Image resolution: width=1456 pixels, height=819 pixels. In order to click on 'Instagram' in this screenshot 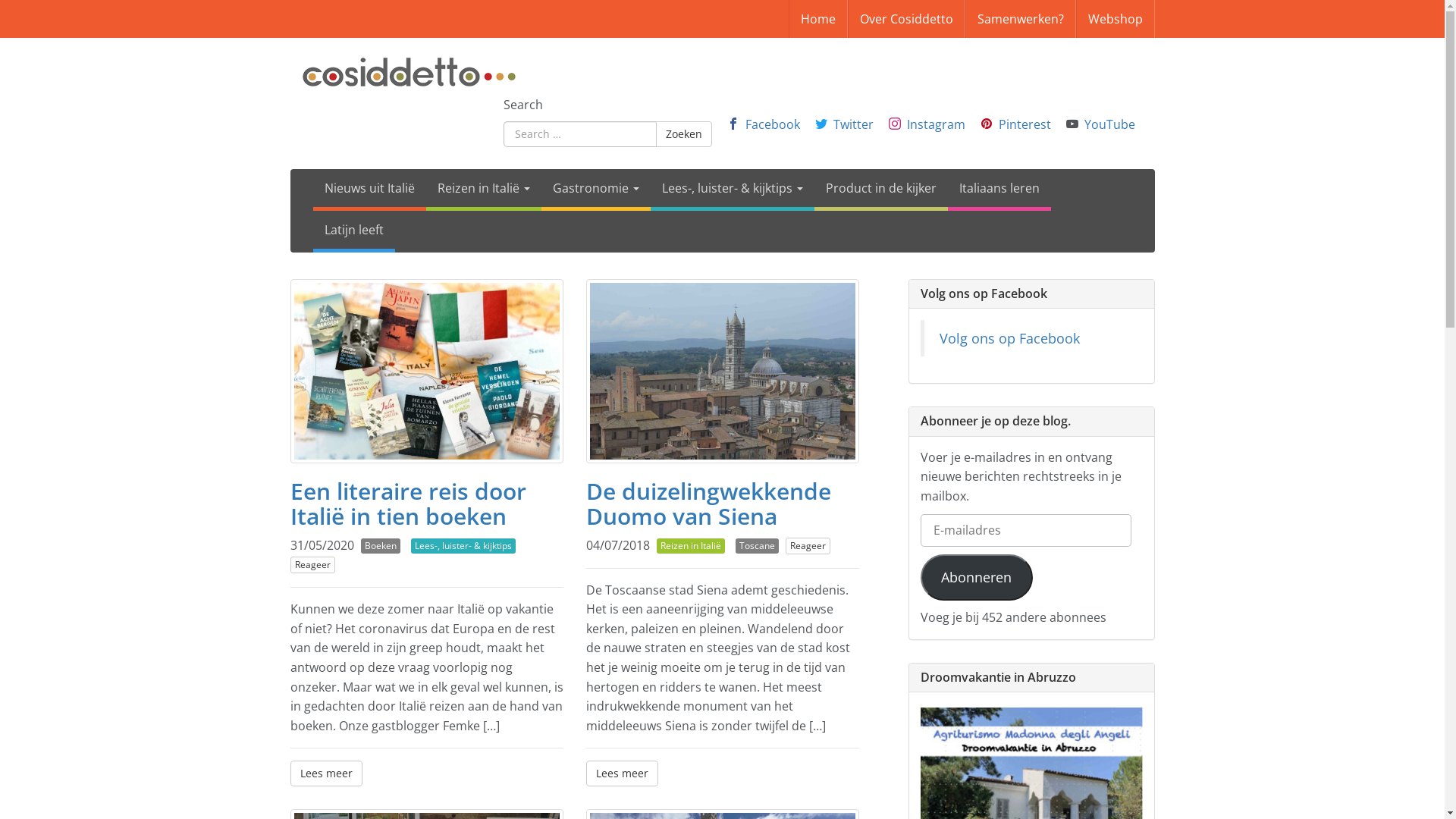, I will do `click(935, 122)`.